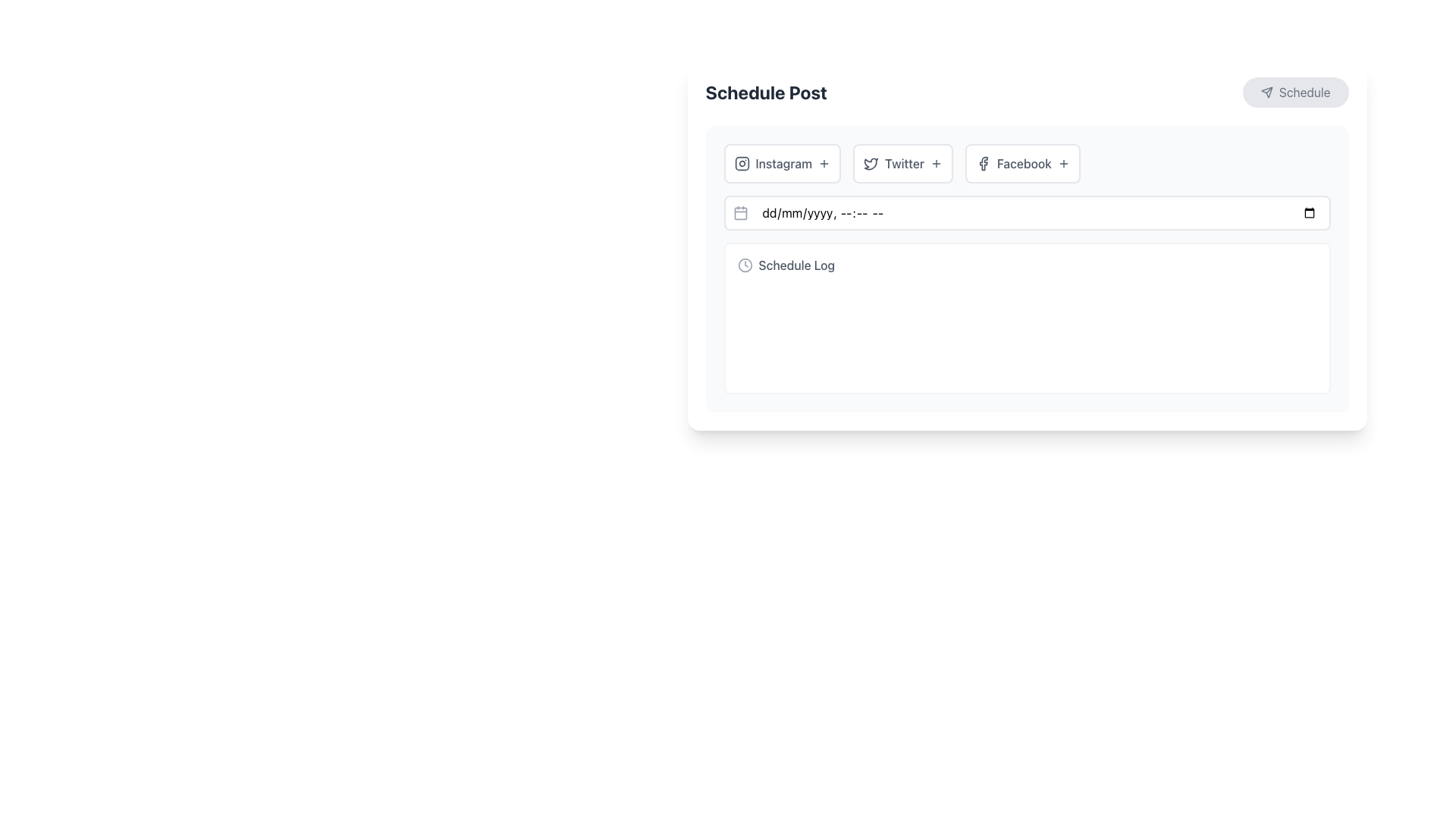 This screenshot has height=819, width=1456. Describe the element at coordinates (871, 164) in the screenshot. I see `the Twitter icon, which resembles a bird in flight, centrally located within the 'Twitter' button in the 'Schedule Post' interface` at that location.